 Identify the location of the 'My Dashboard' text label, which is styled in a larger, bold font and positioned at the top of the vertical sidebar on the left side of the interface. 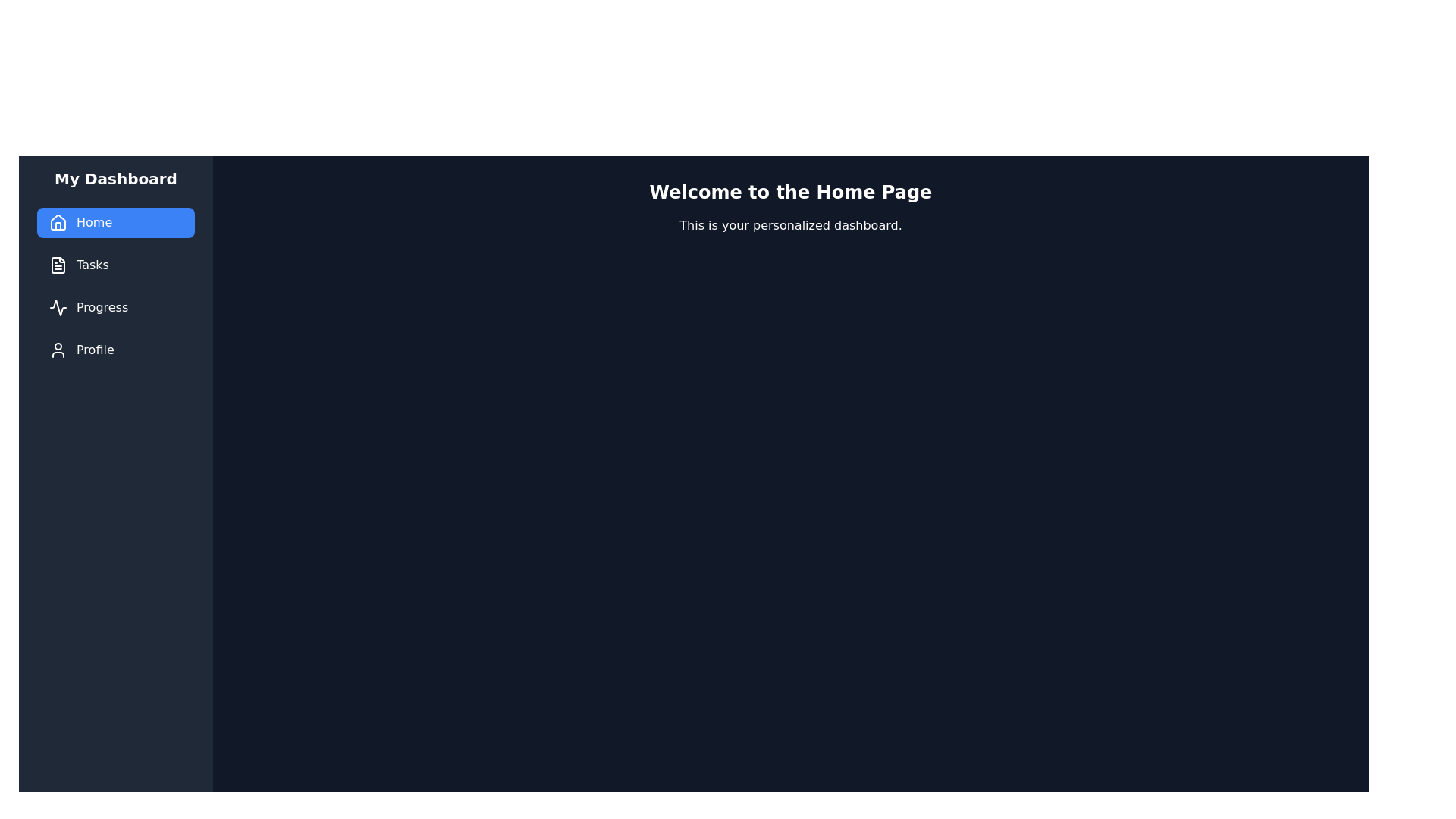
(115, 177).